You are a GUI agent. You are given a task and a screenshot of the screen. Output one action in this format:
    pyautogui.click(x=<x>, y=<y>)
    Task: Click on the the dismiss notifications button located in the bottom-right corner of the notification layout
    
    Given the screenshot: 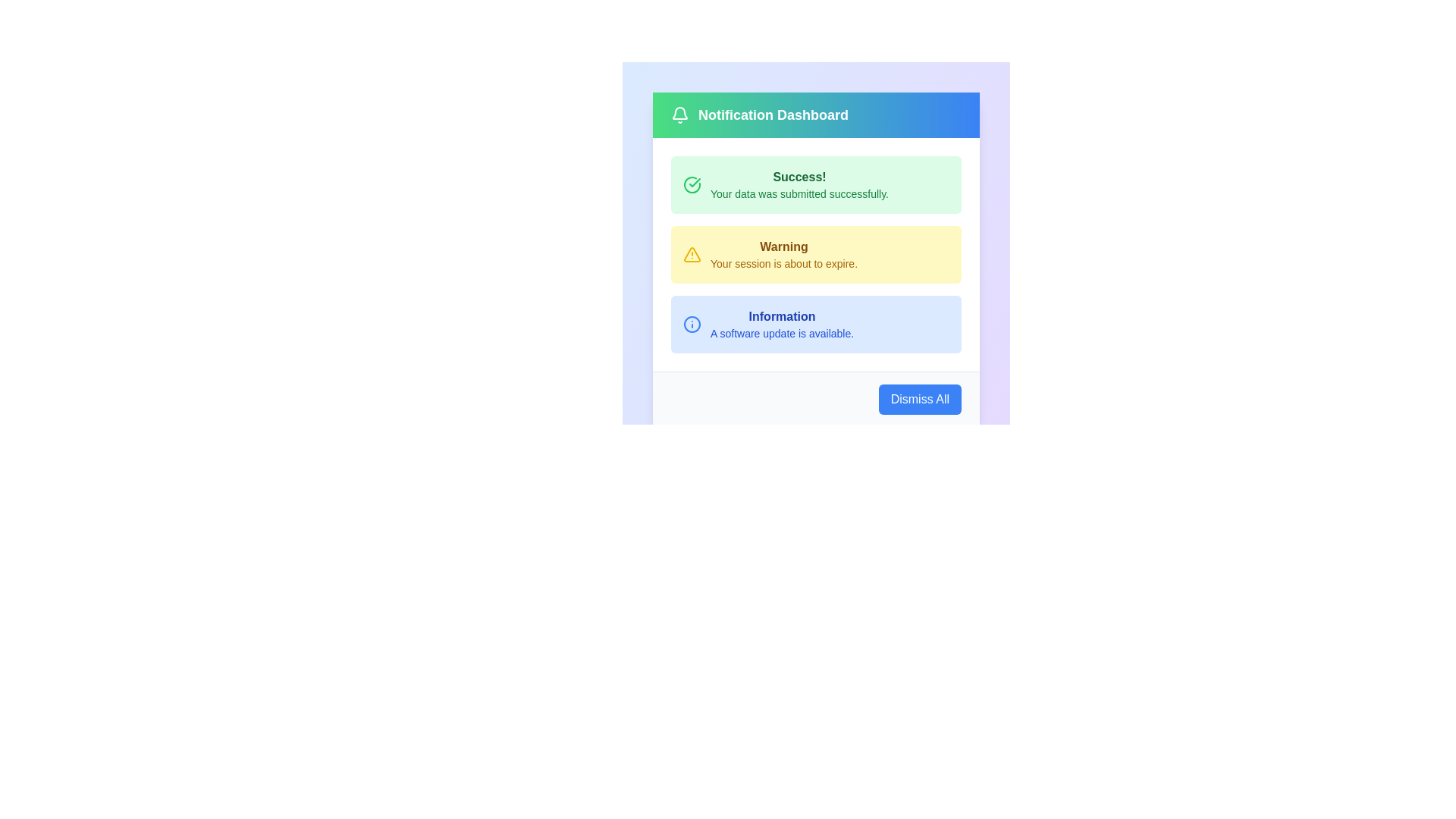 What is the action you would take?
    pyautogui.click(x=919, y=399)
    